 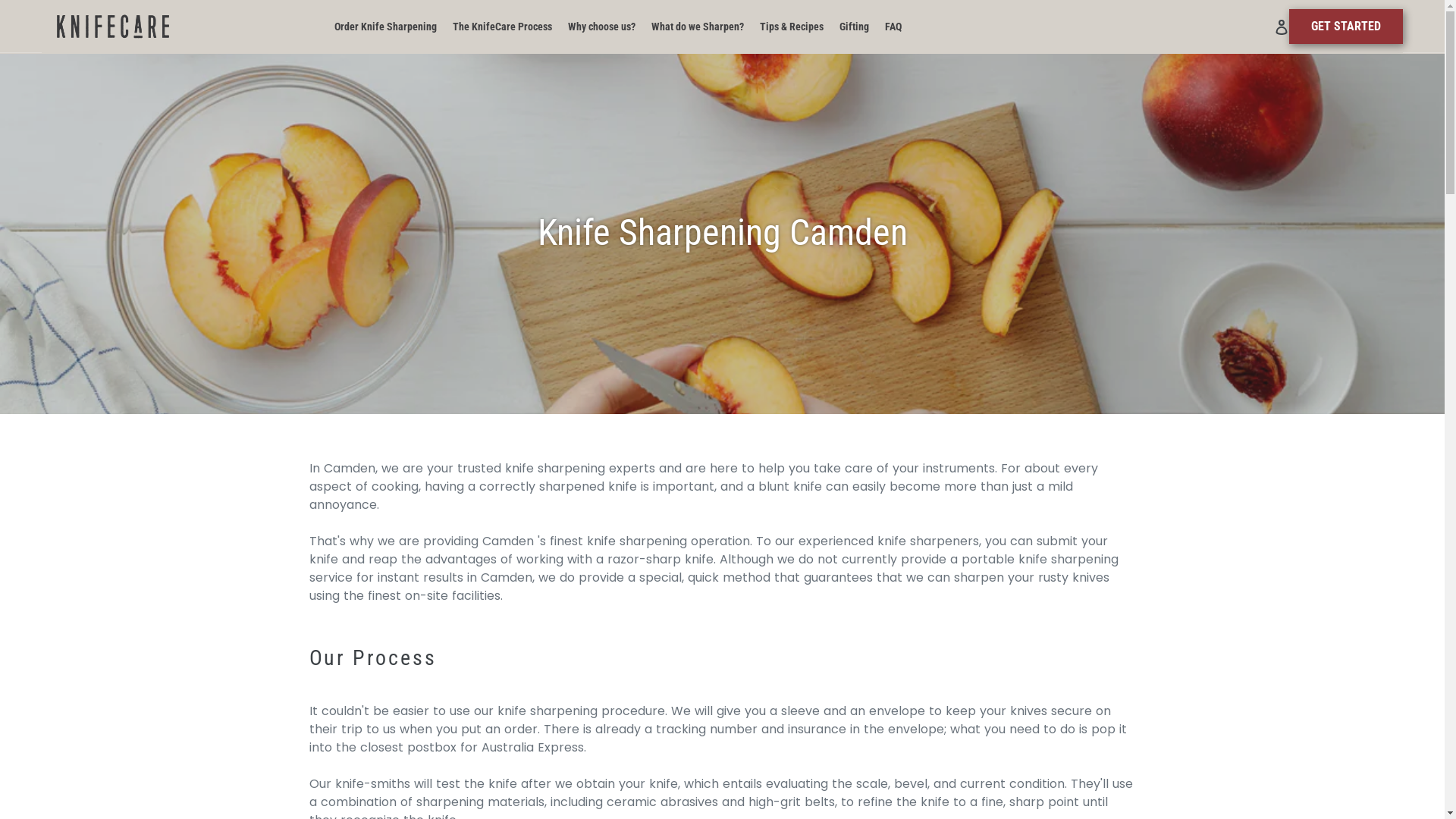 I want to click on 'What do we Sharpen?', so click(x=697, y=27).